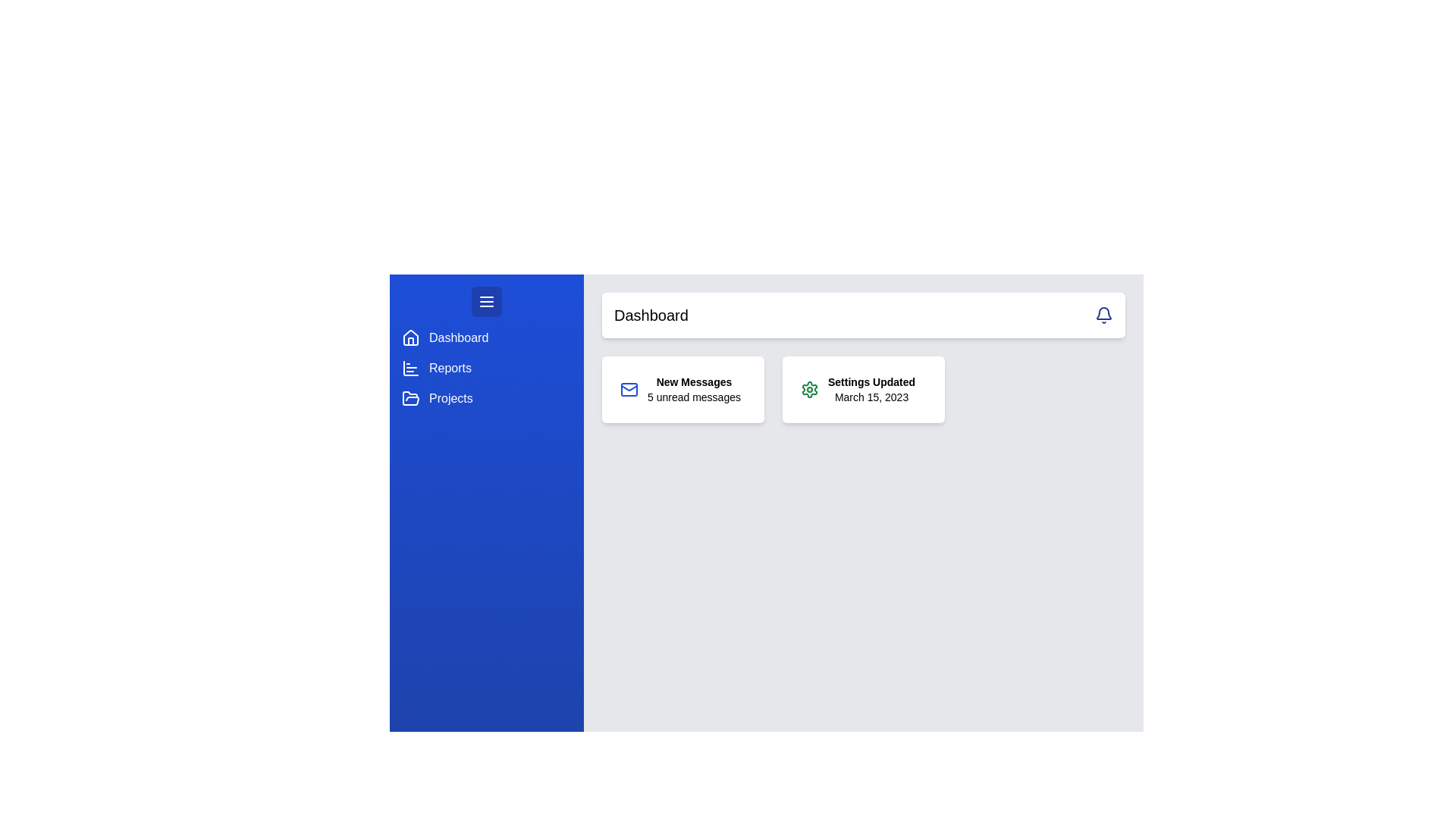 The height and width of the screenshot is (819, 1456). Describe the element at coordinates (863, 388) in the screenshot. I see `the informational widget displaying 'Settings Updated' status, located in the Dashboard section of the grid layout` at that location.